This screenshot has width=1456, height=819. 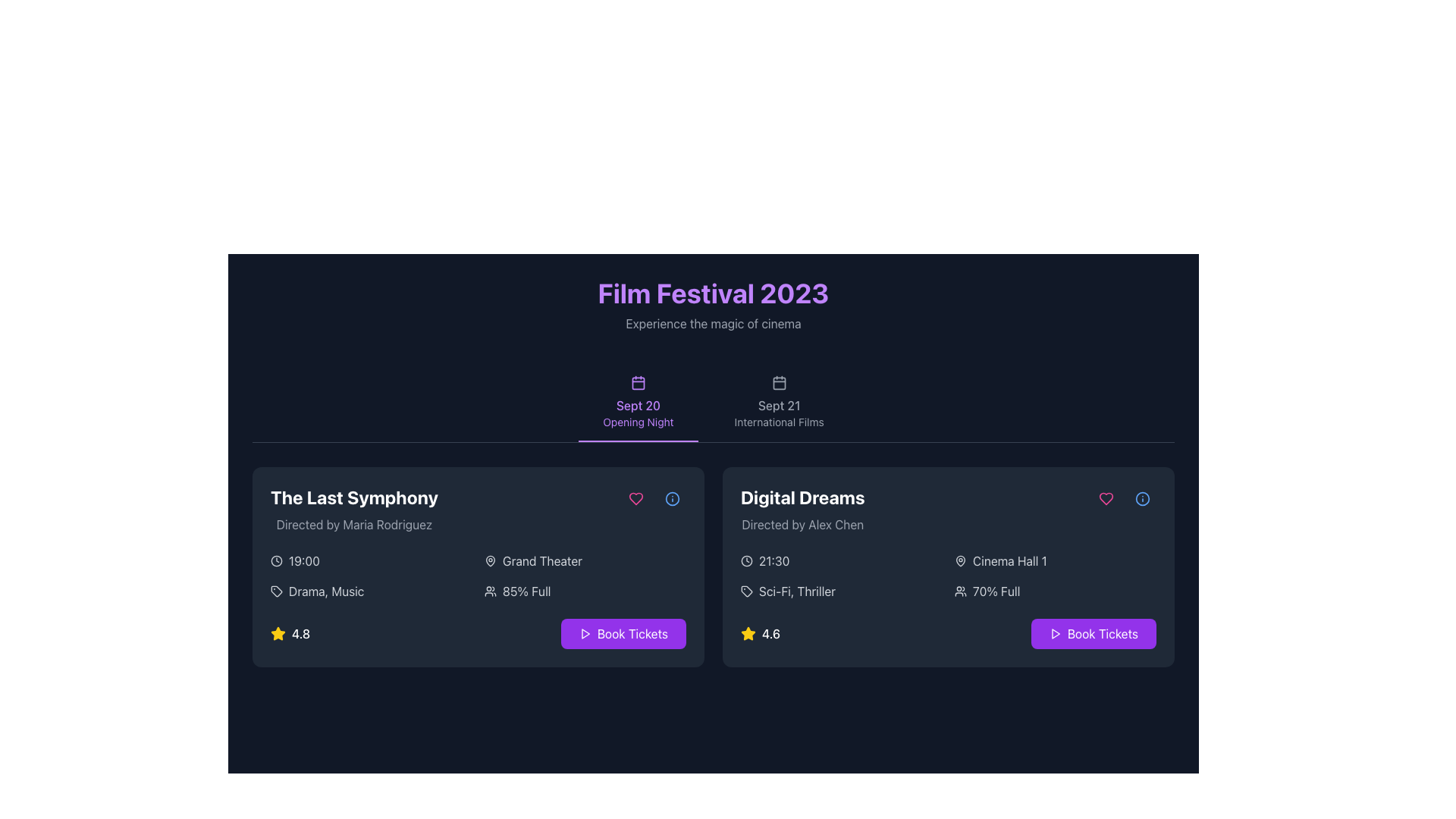 I want to click on the pink heart-shaped icon representing 'like' or 'favorite' functionality located in the top right corner of the 'Digital Dreams' card, so click(x=1106, y=499).